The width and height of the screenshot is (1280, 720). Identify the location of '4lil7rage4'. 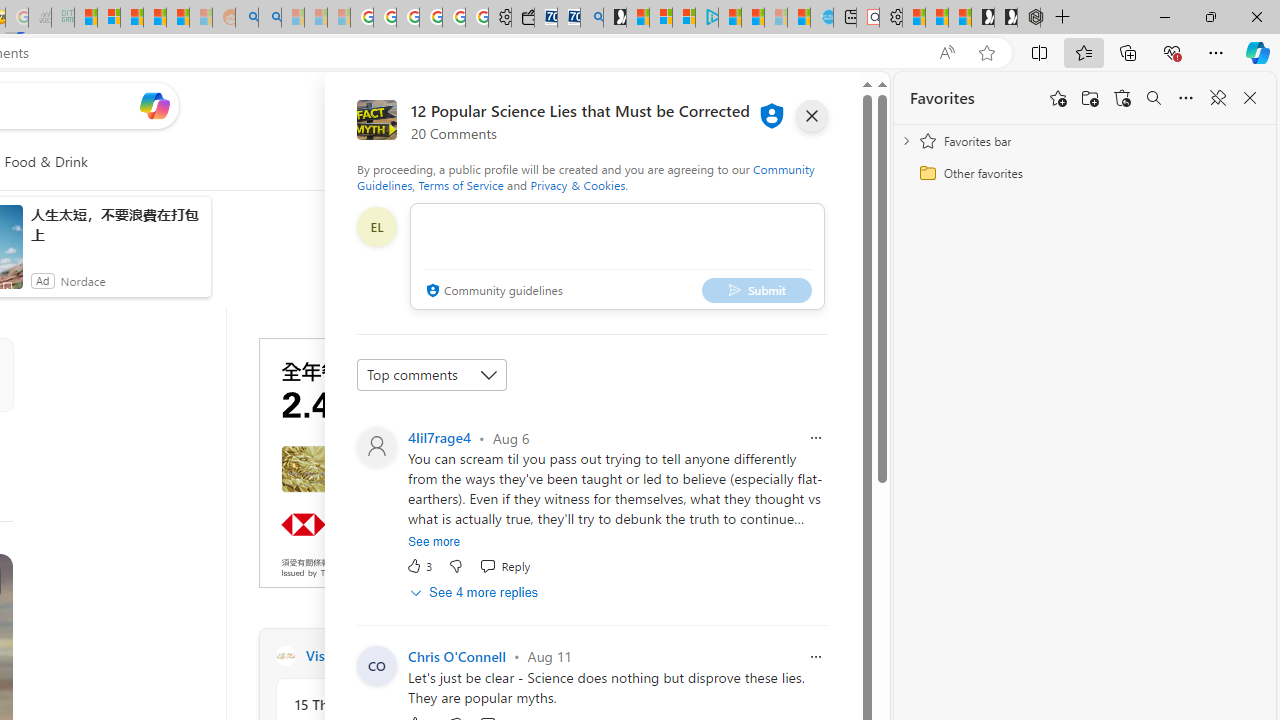
(438, 436).